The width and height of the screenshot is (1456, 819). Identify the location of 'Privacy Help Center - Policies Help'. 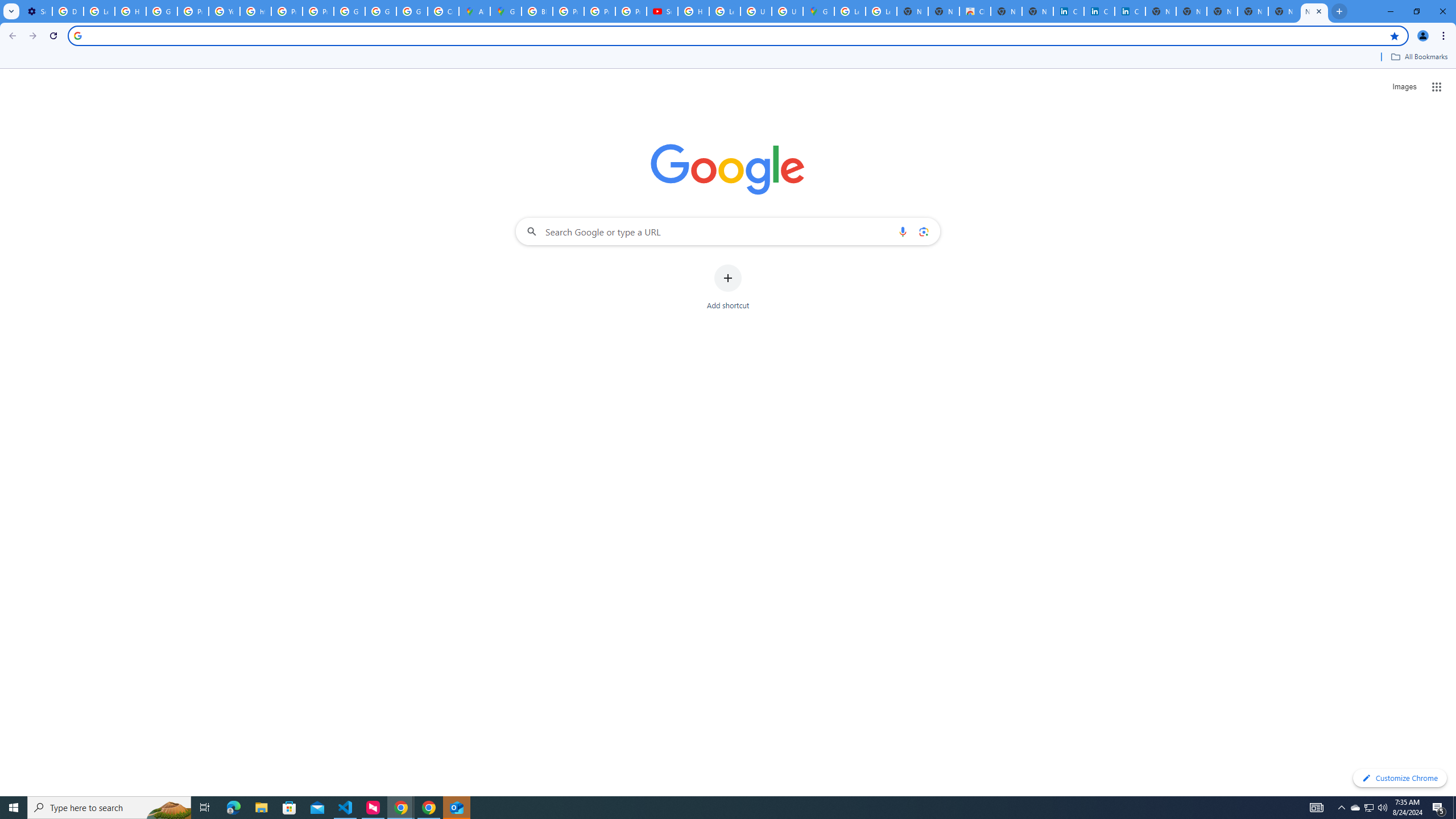
(599, 11).